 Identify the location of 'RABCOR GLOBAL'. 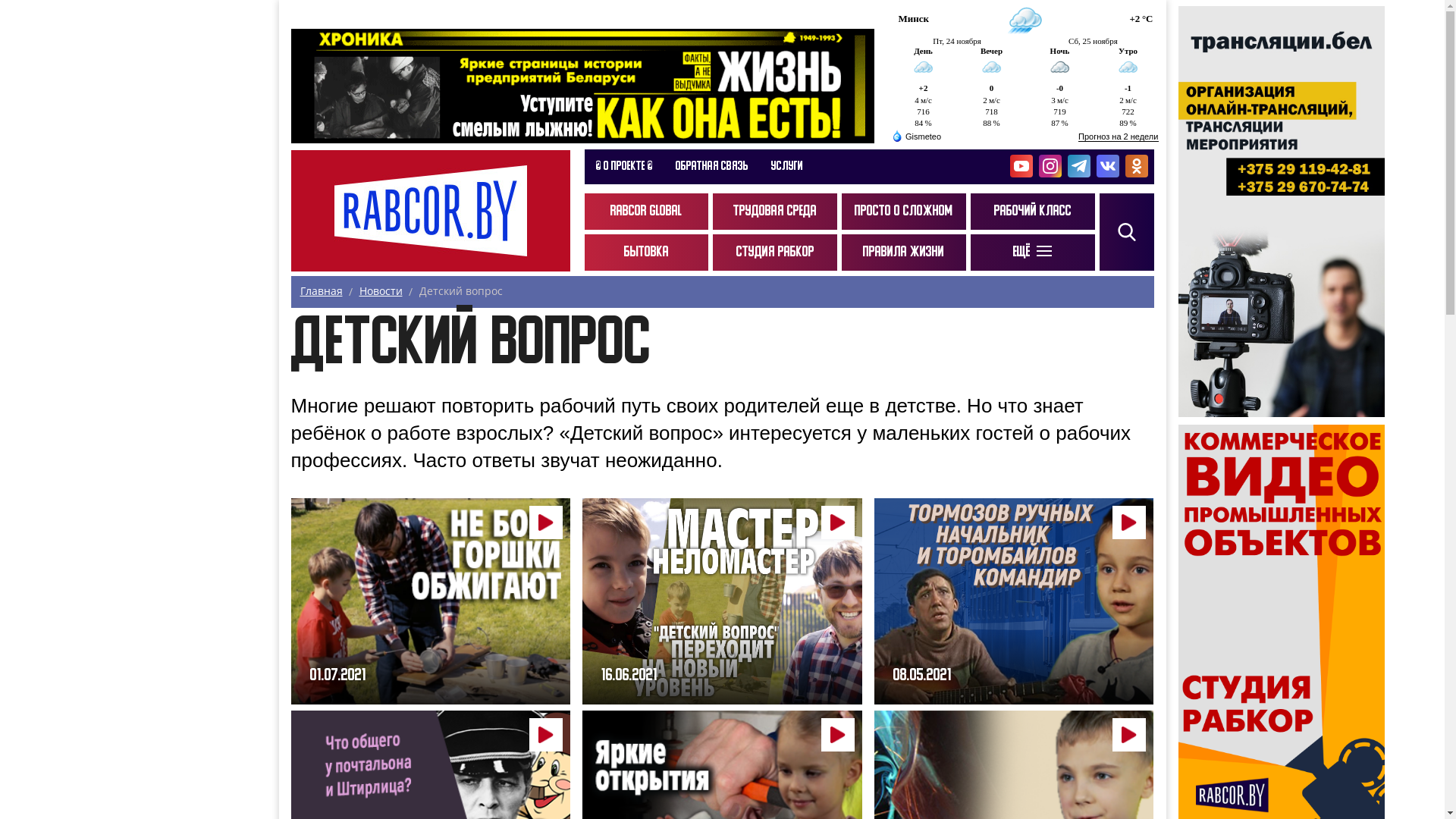
(645, 211).